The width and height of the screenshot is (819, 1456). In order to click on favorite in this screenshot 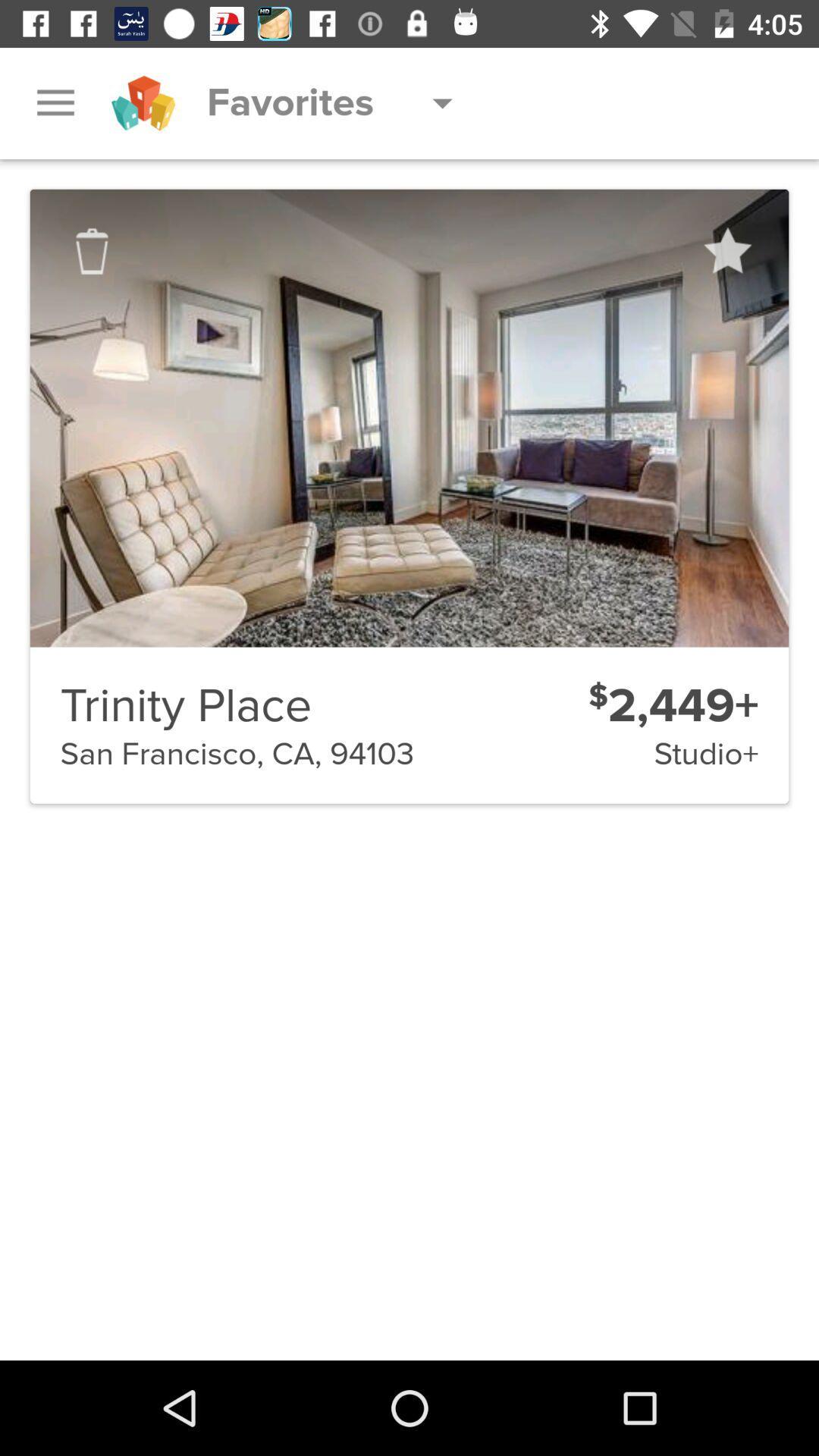, I will do `click(726, 251)`.